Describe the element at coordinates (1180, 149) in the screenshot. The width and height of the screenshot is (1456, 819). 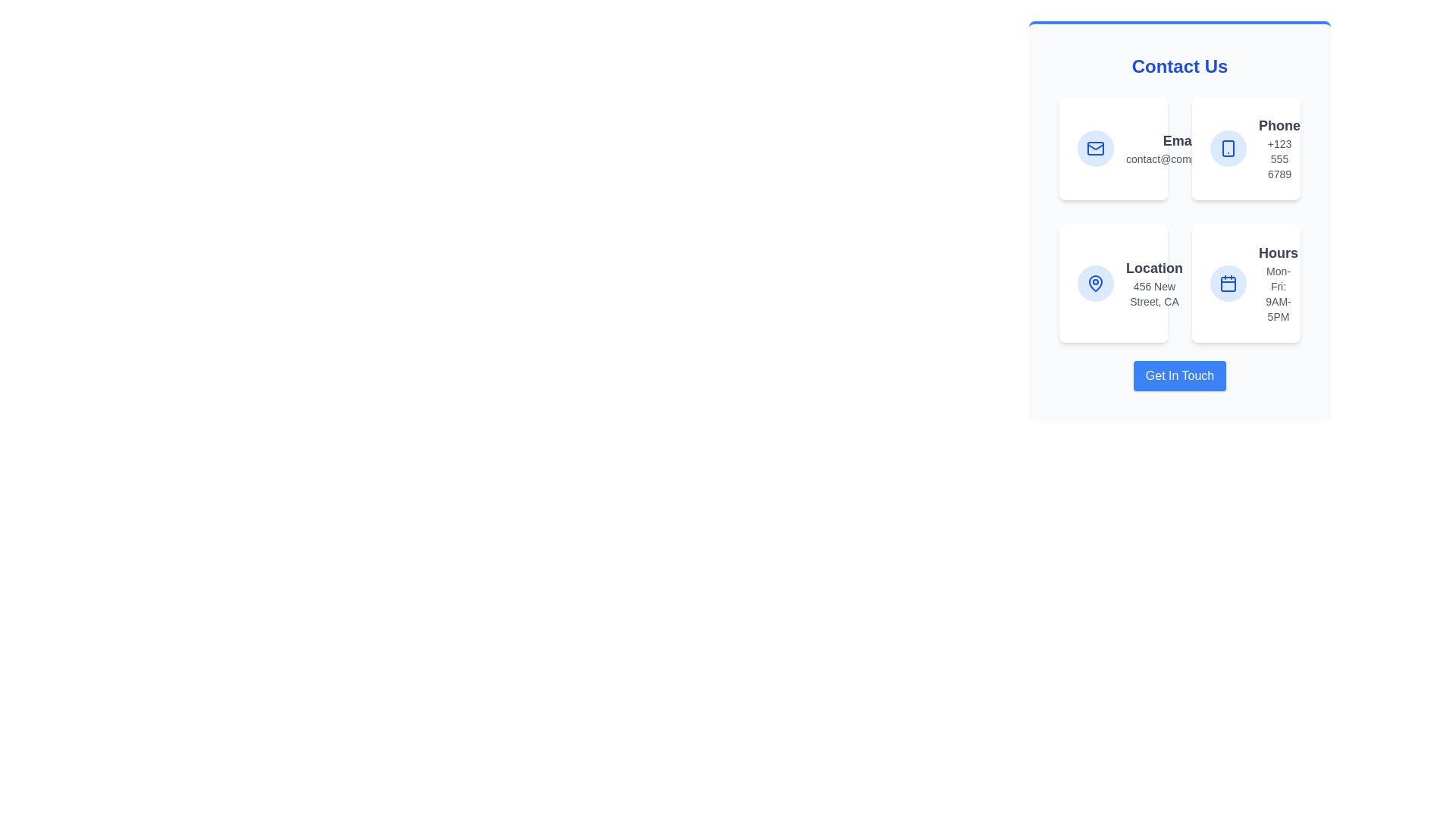
I see `text content of the email display element showing 'Email' and 'contact@company.com' located in the top-left card under 'Contact Us'` at that location.